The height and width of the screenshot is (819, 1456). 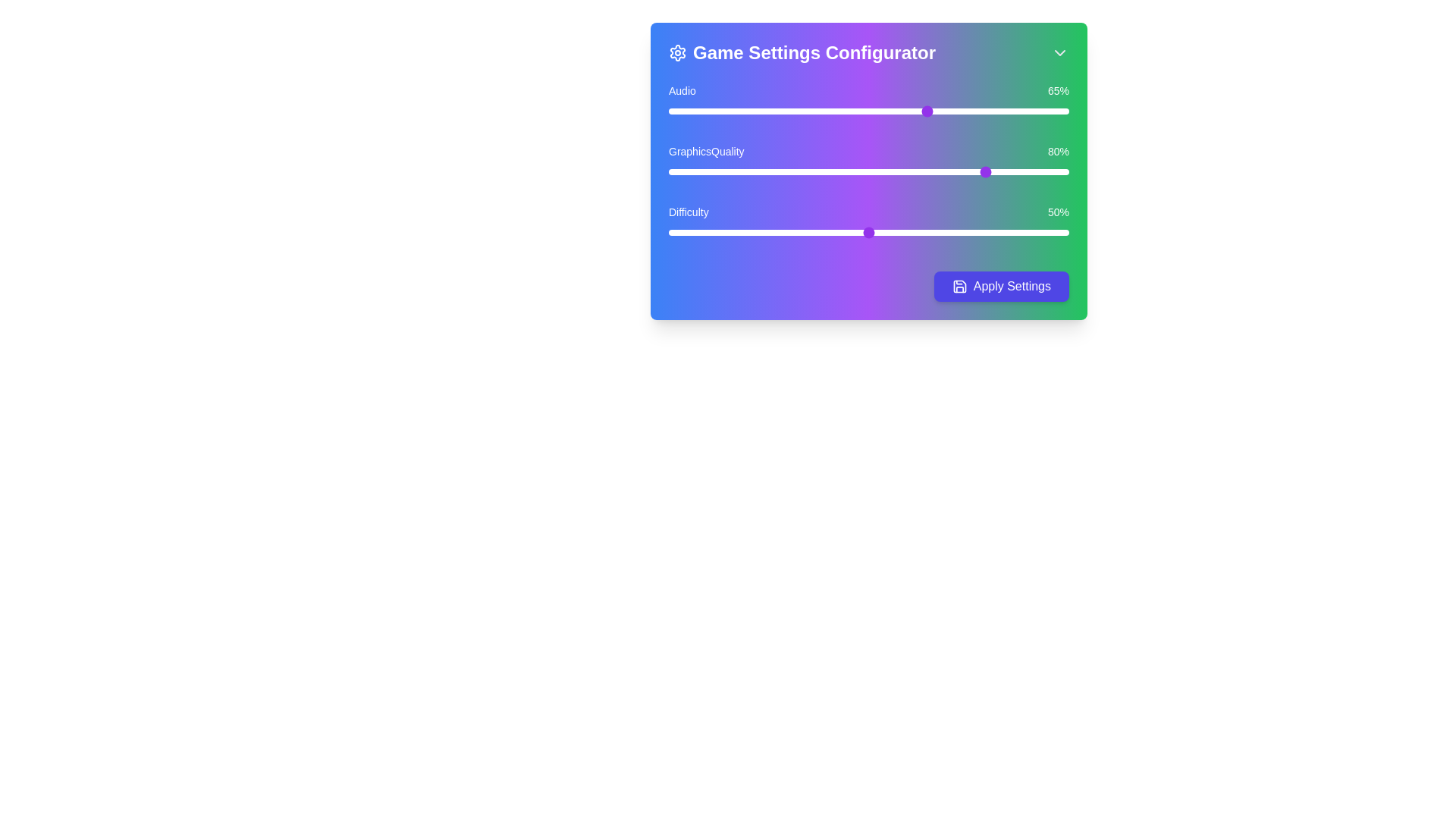 What do you see at coordinates (857, 171) in the screenshot?
I see `the Graphics Quality` at bounding box center [857, 171].